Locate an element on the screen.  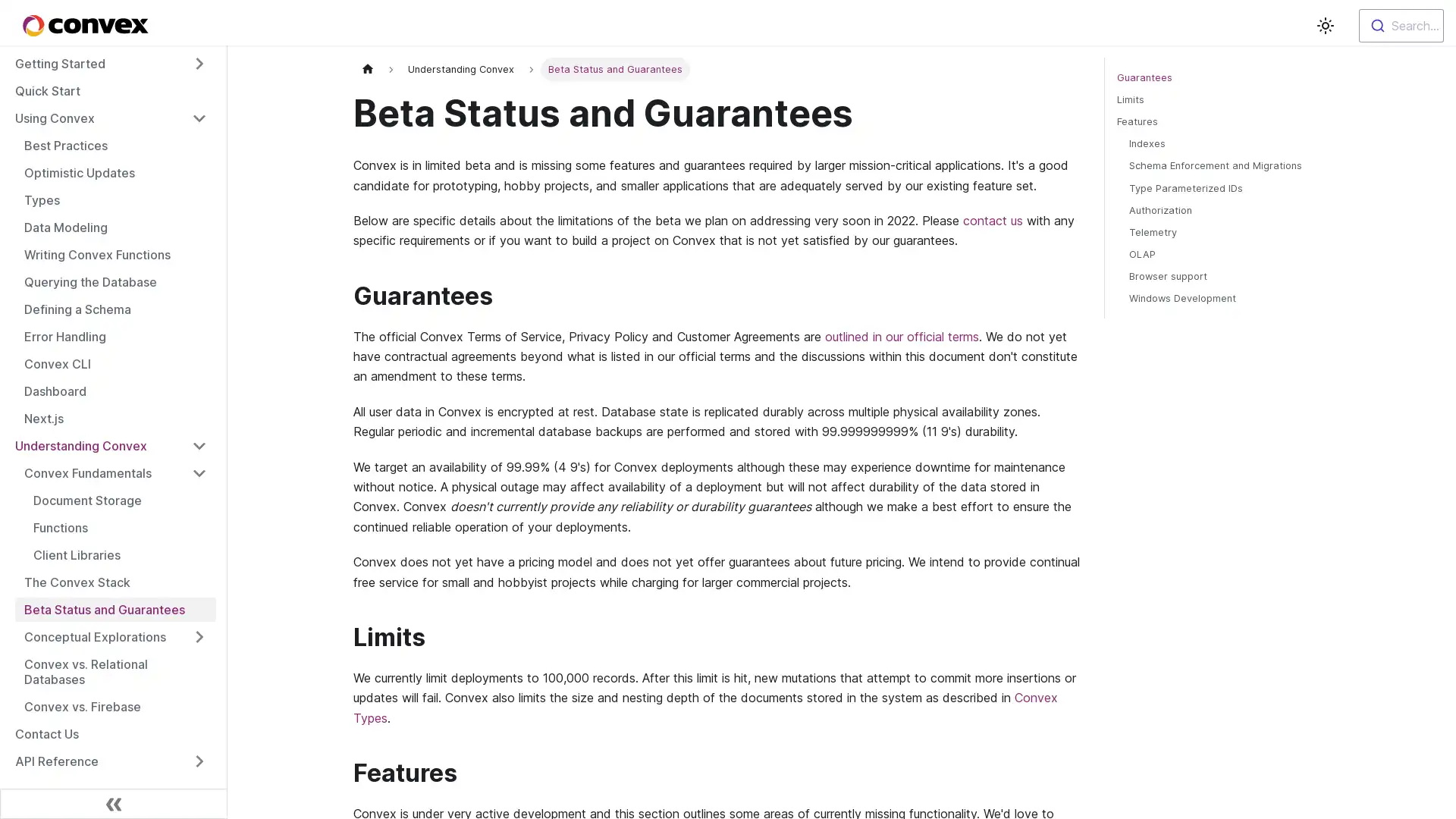
Toggle the collapsible sidebar category 'Conceptual Explorations' is located at coordinates (199, 637).